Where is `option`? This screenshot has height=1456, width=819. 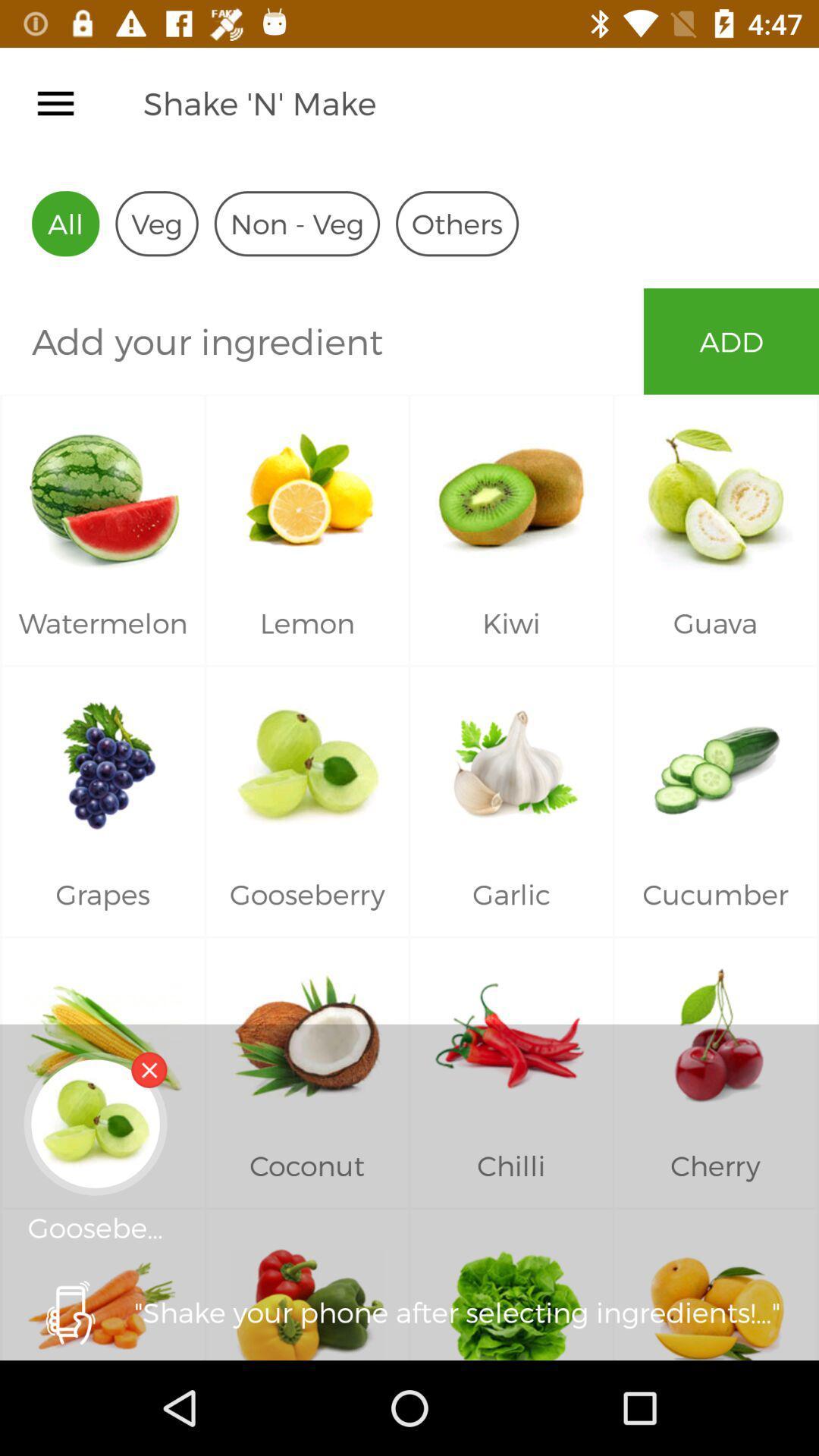
option is located at coordinates (149, 1069).